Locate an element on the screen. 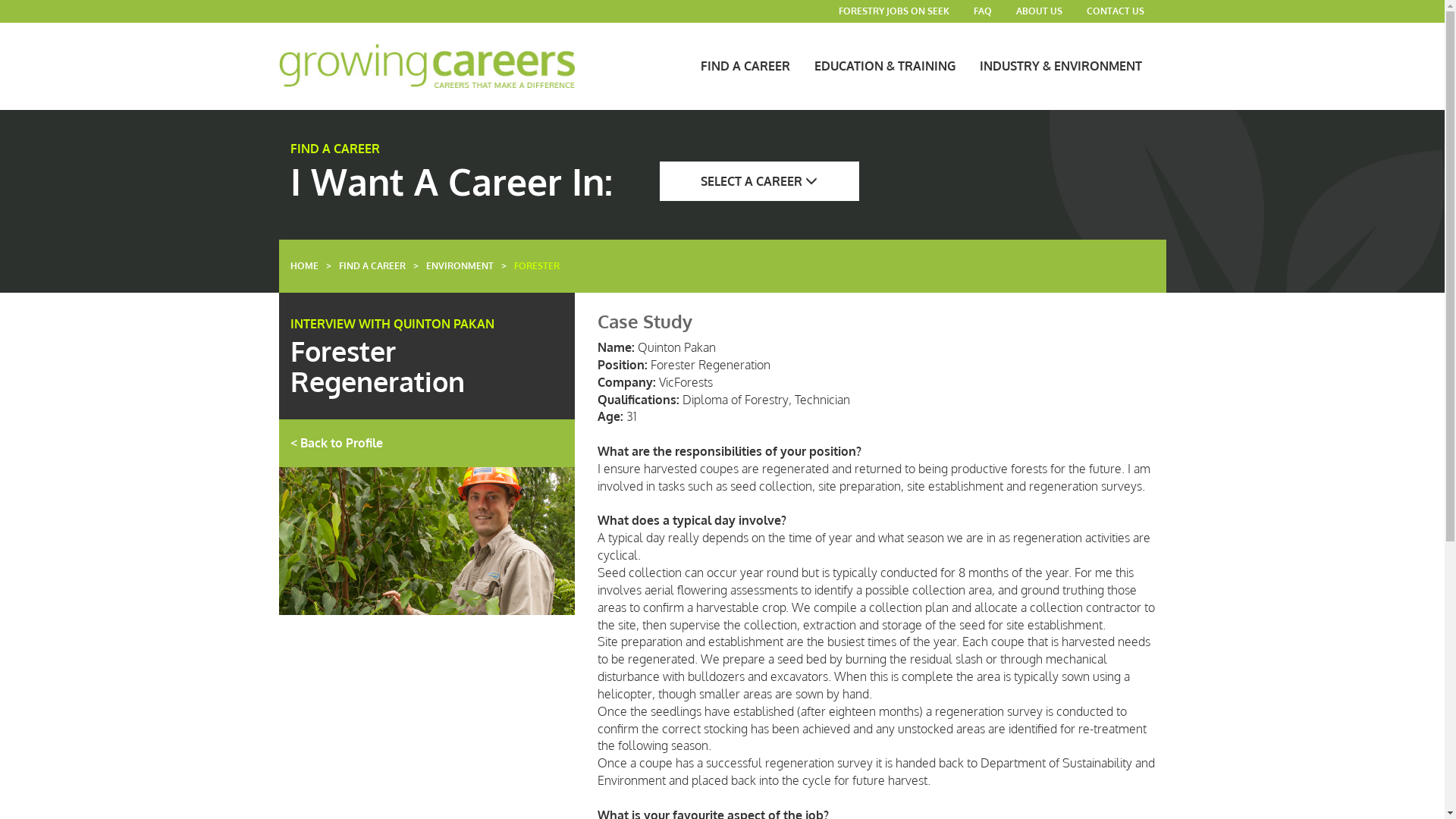  'FIND A CAREER' is located at coordinates (745, 65).